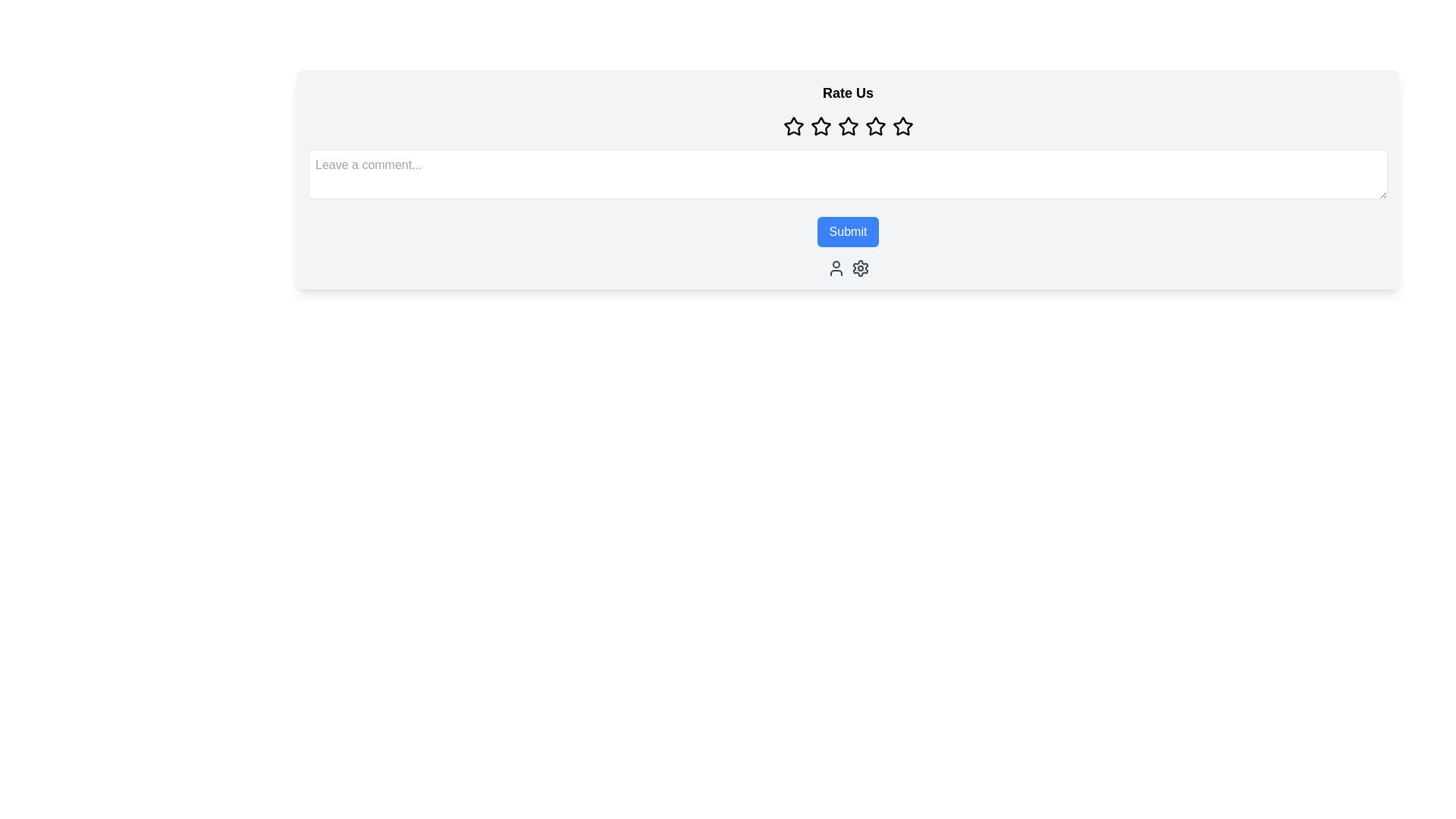 The width and height of the screenshot is (1456, 819). I want to click on the user icon button, which is a rounded human figure displayed in gray, to trigger a tooltip or highlight, so click(835, 268).